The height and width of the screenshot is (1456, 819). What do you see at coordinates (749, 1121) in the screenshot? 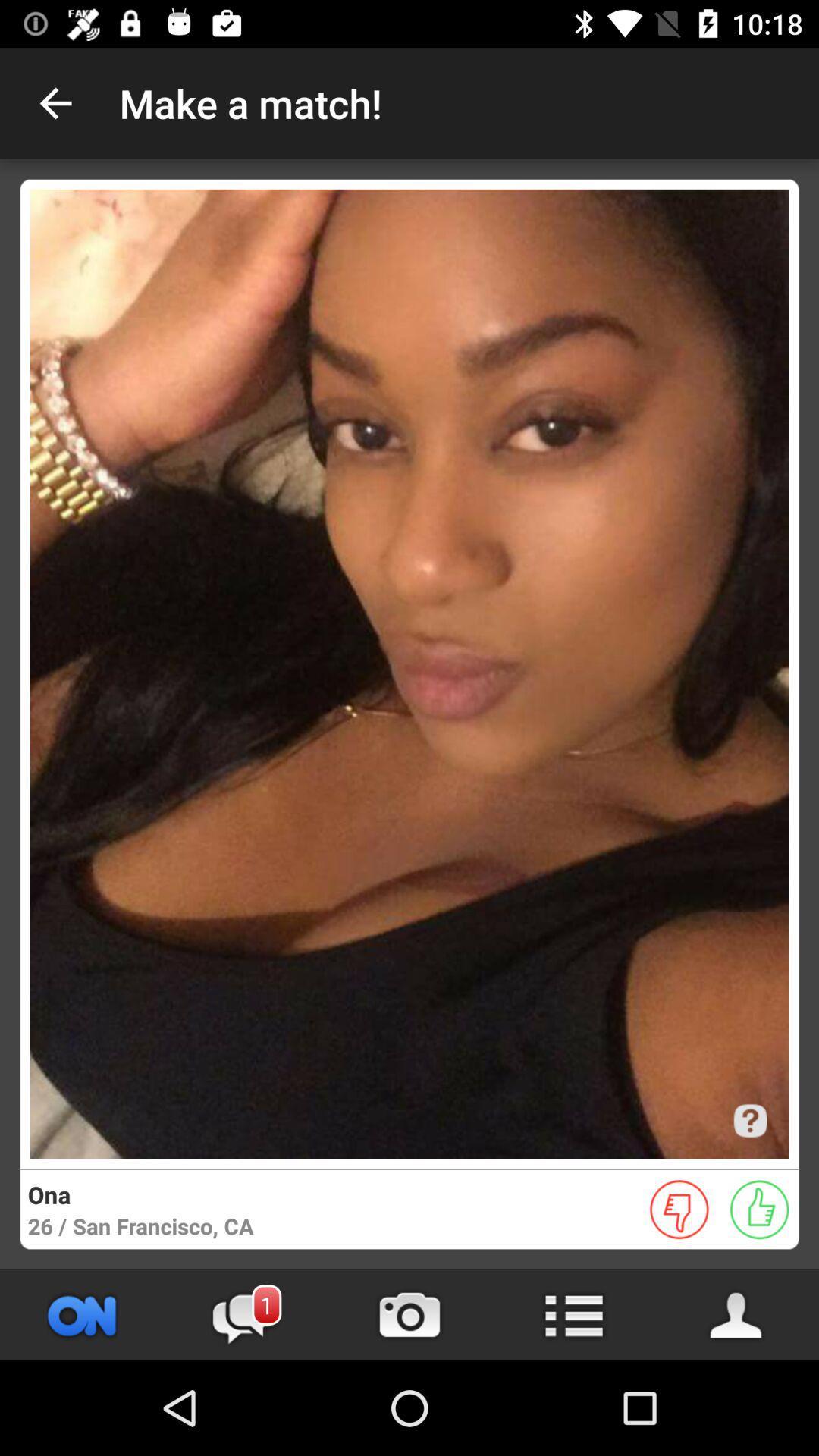
I see `the help icon` at bounding box center [749, 1121].